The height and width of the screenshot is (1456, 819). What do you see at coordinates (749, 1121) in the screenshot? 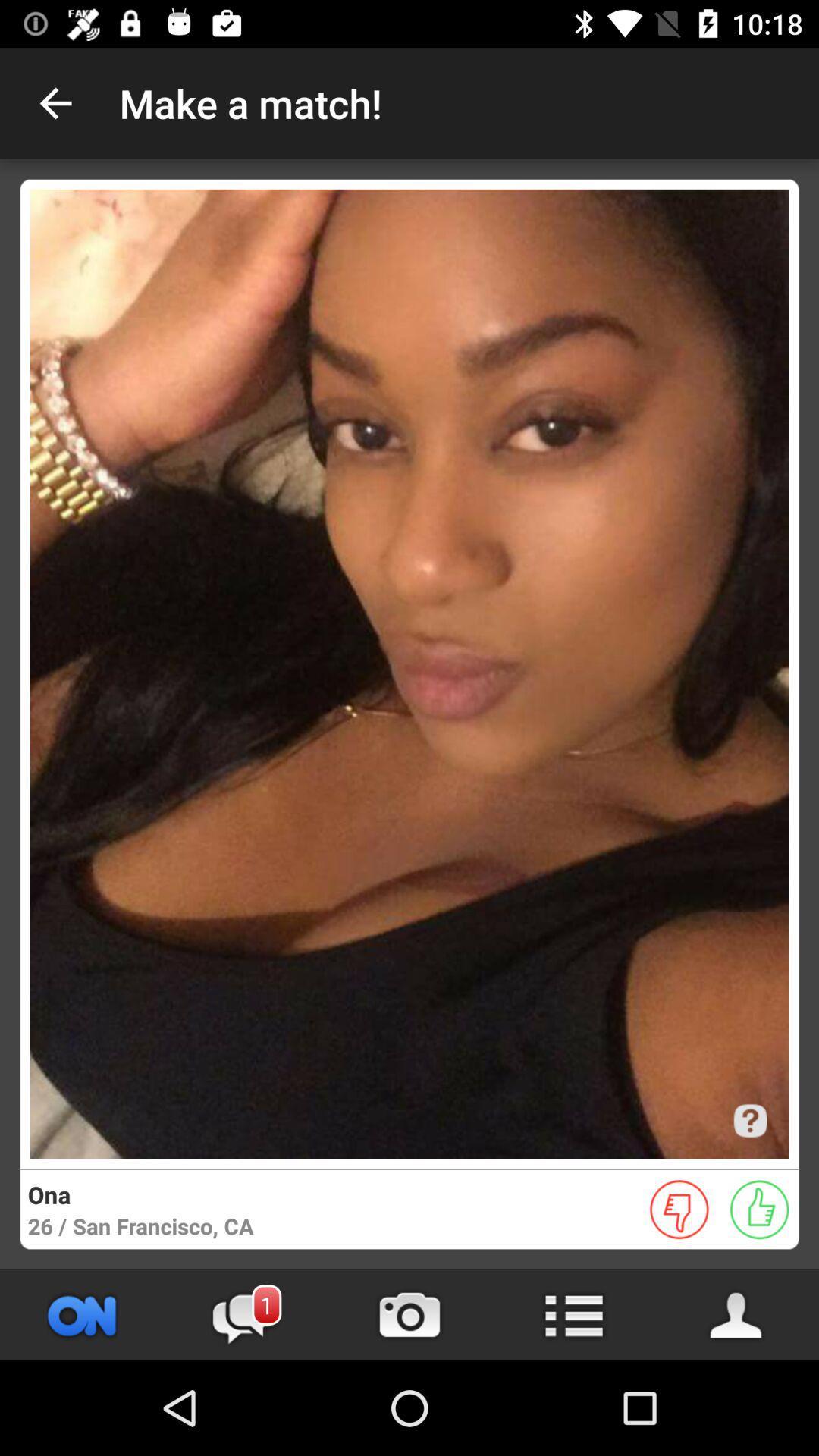
I see `the help icon` at bounding box center [749, 1121].